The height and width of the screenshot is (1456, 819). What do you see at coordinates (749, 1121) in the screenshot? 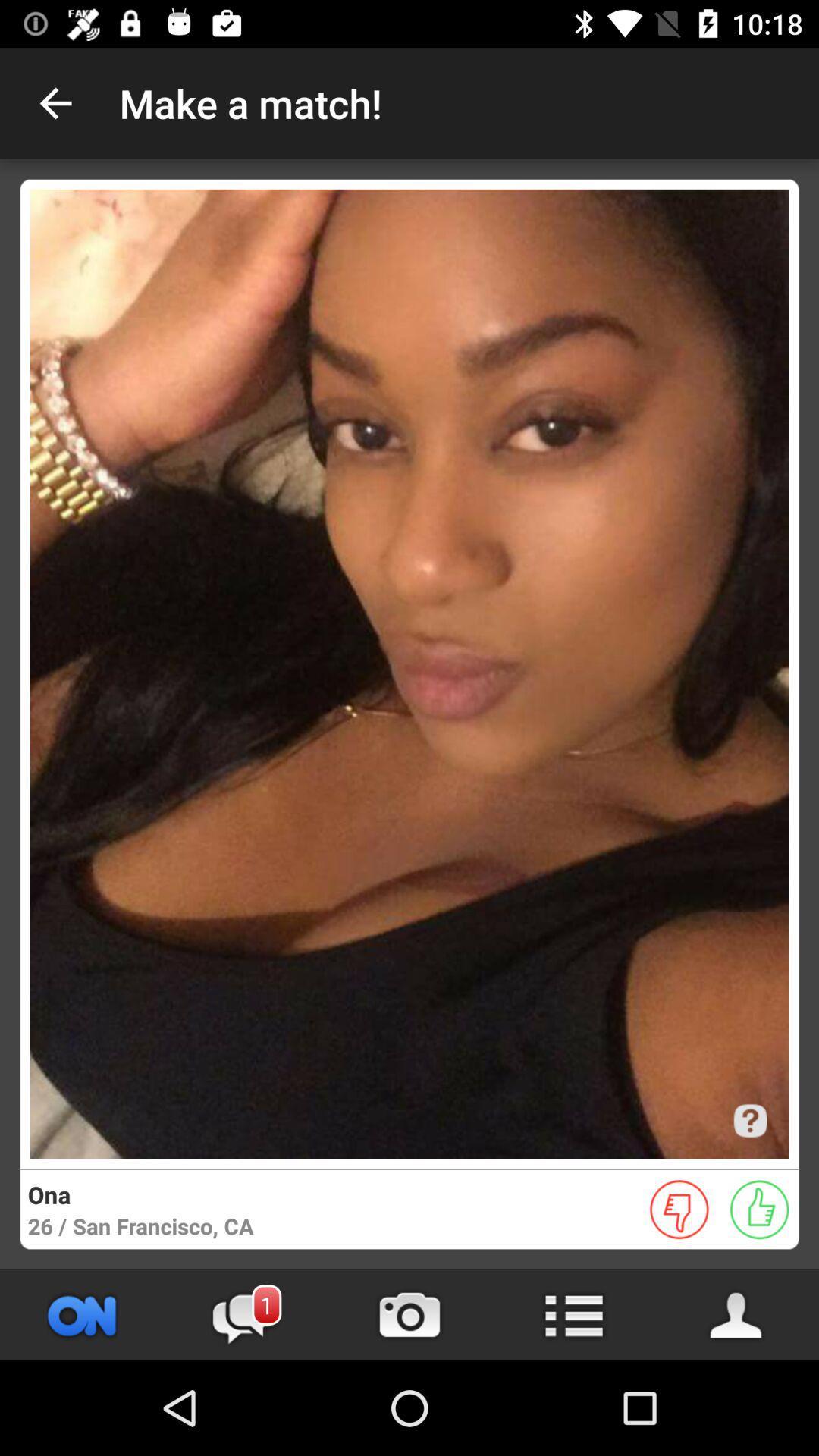
I see `the help icon` at bounding box center [749, 1121].